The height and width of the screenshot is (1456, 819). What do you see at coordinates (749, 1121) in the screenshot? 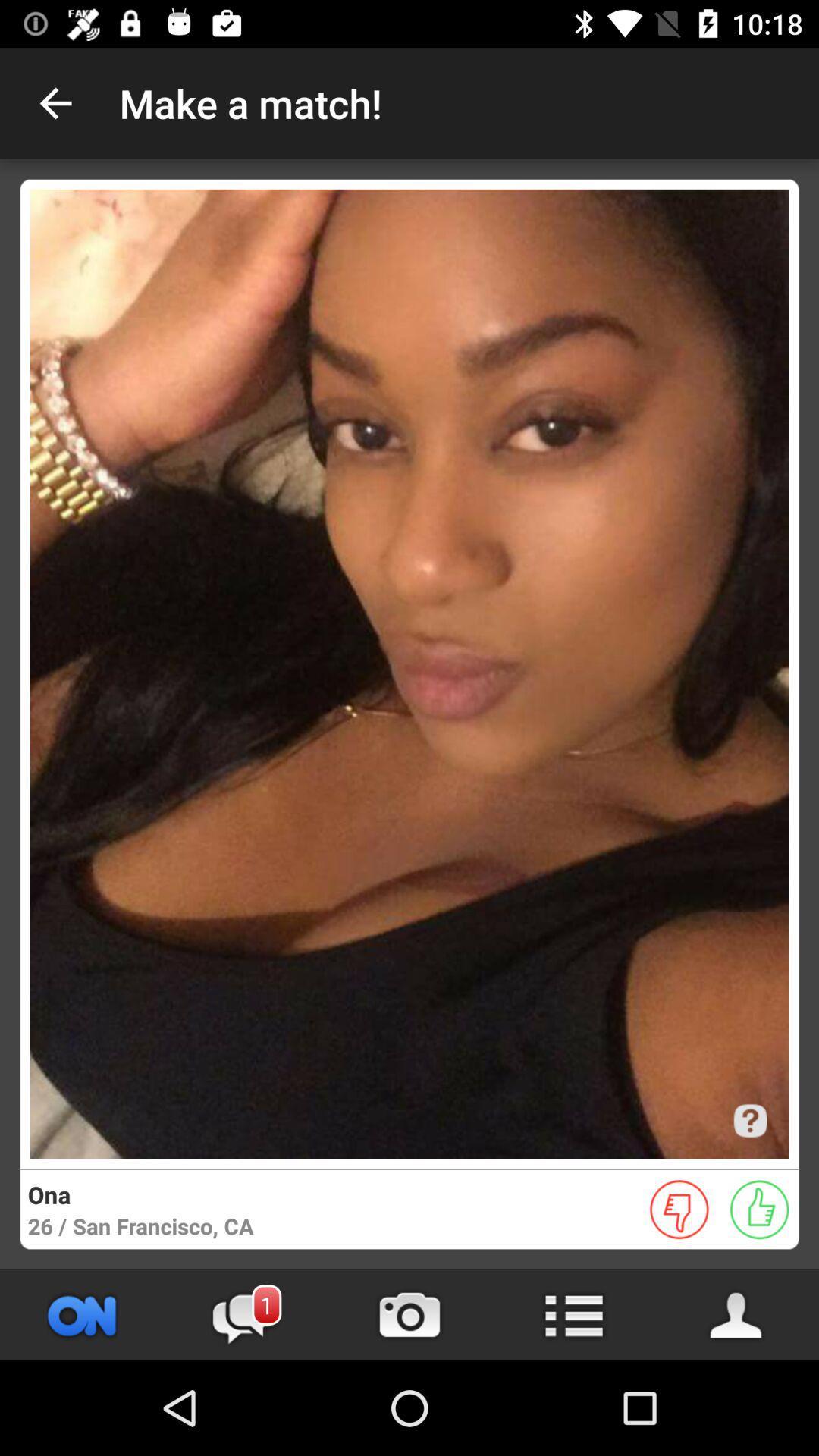
I see `the help icon` at bounding box center [749, 1121].